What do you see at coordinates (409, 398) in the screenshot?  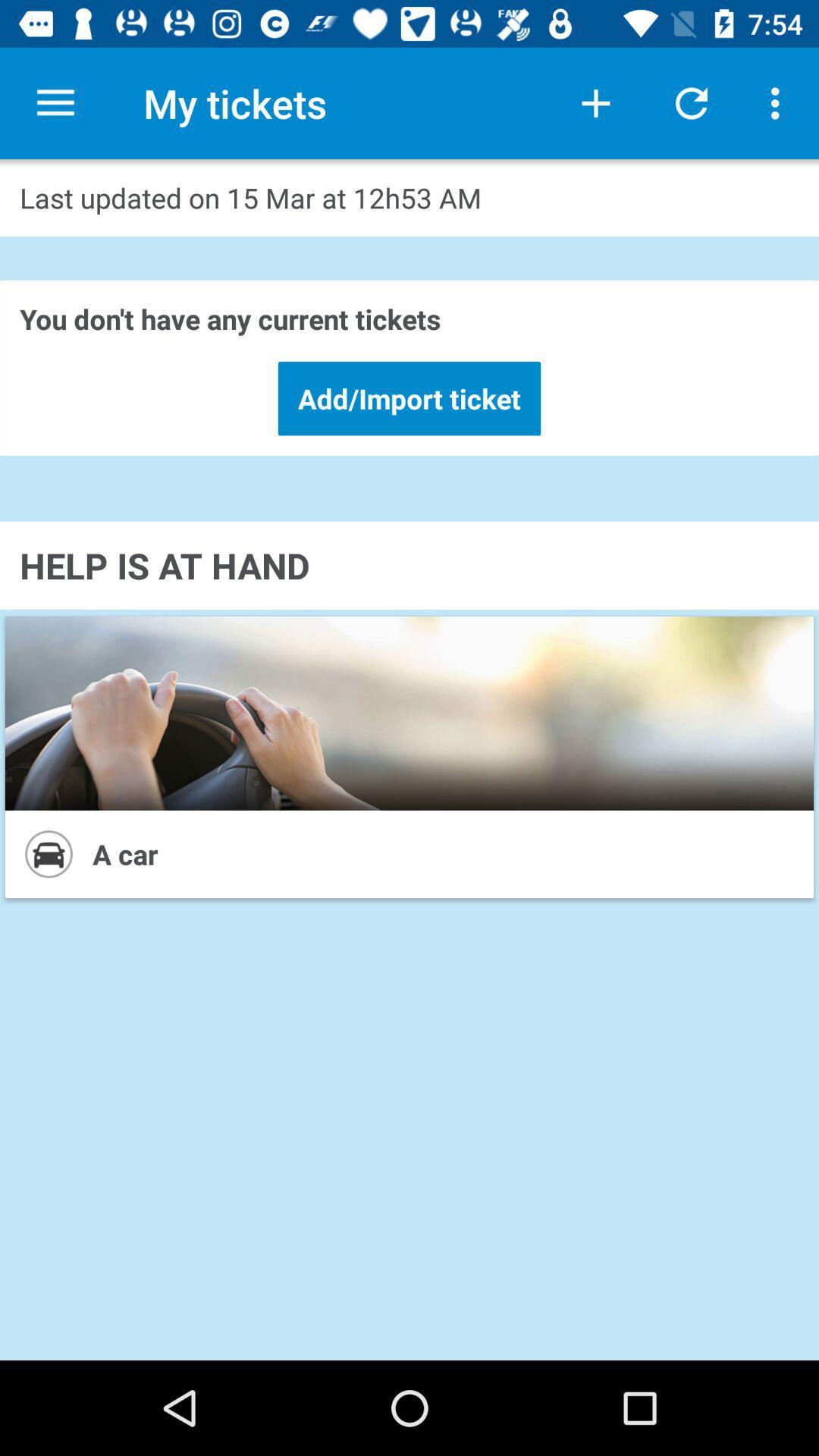 I see `the add/import ticket` at bounding box center [409, 398].